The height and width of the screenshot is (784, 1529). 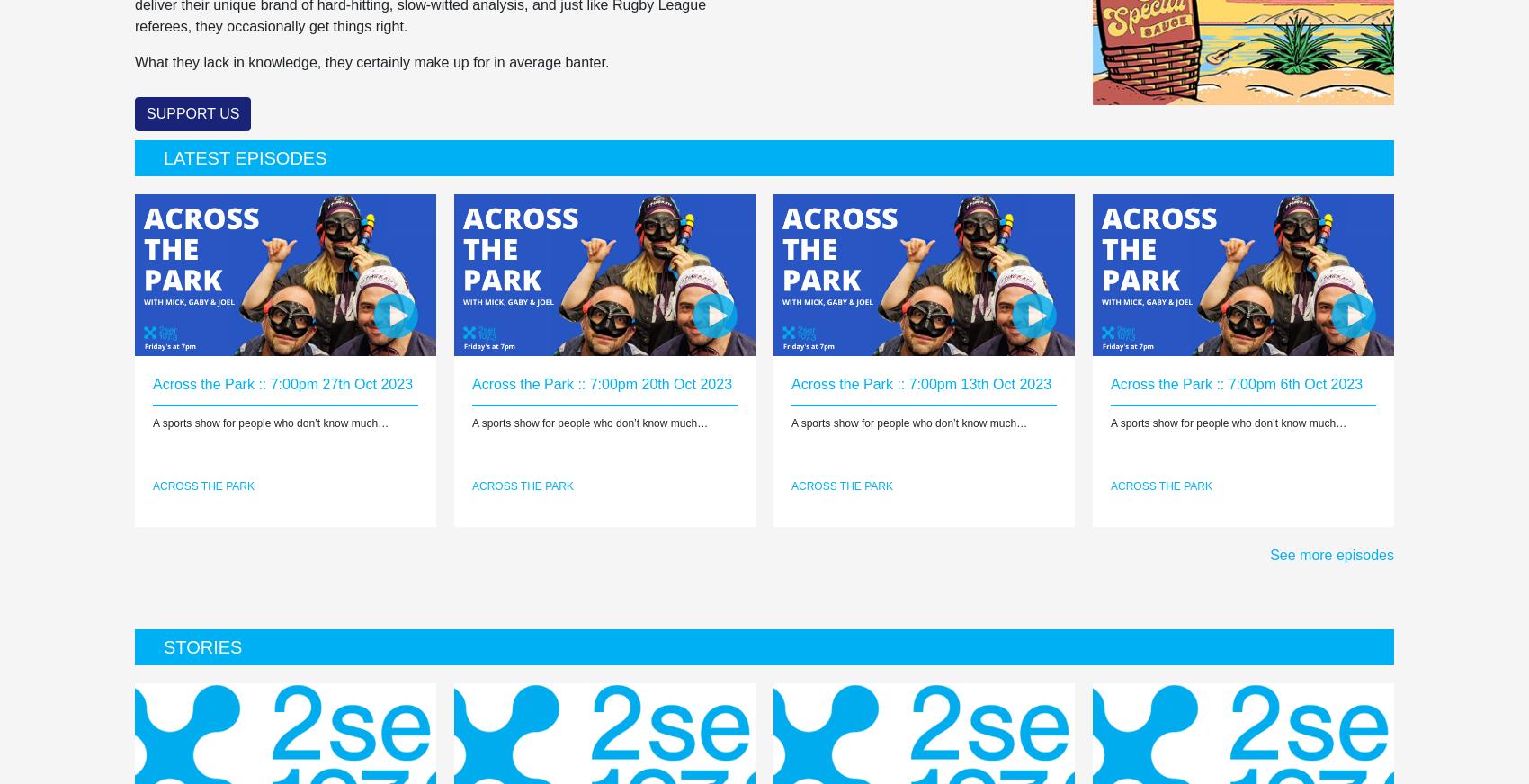 I want to click on 'Across the Park ::  7:00pm 27th Oct 2023', so click(x=282, y=383).